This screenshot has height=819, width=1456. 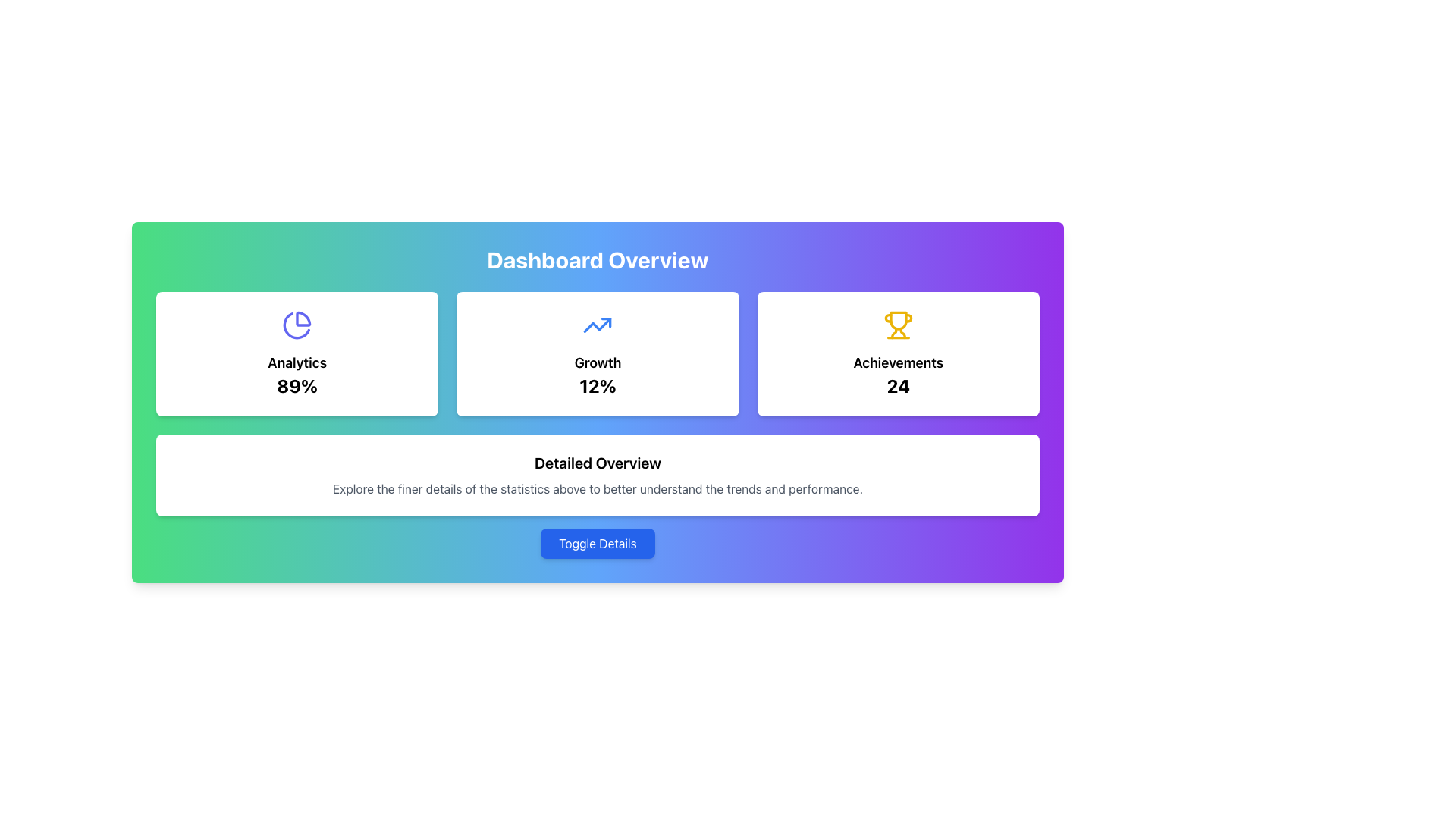 What do you see at coordinates (597, 462) in the screenshot?
I see `heading text that serves as a title for the section located near the lower center of the page, above a paragraph and below the 'Toggle Details' button` at bounding box center [597, 462].